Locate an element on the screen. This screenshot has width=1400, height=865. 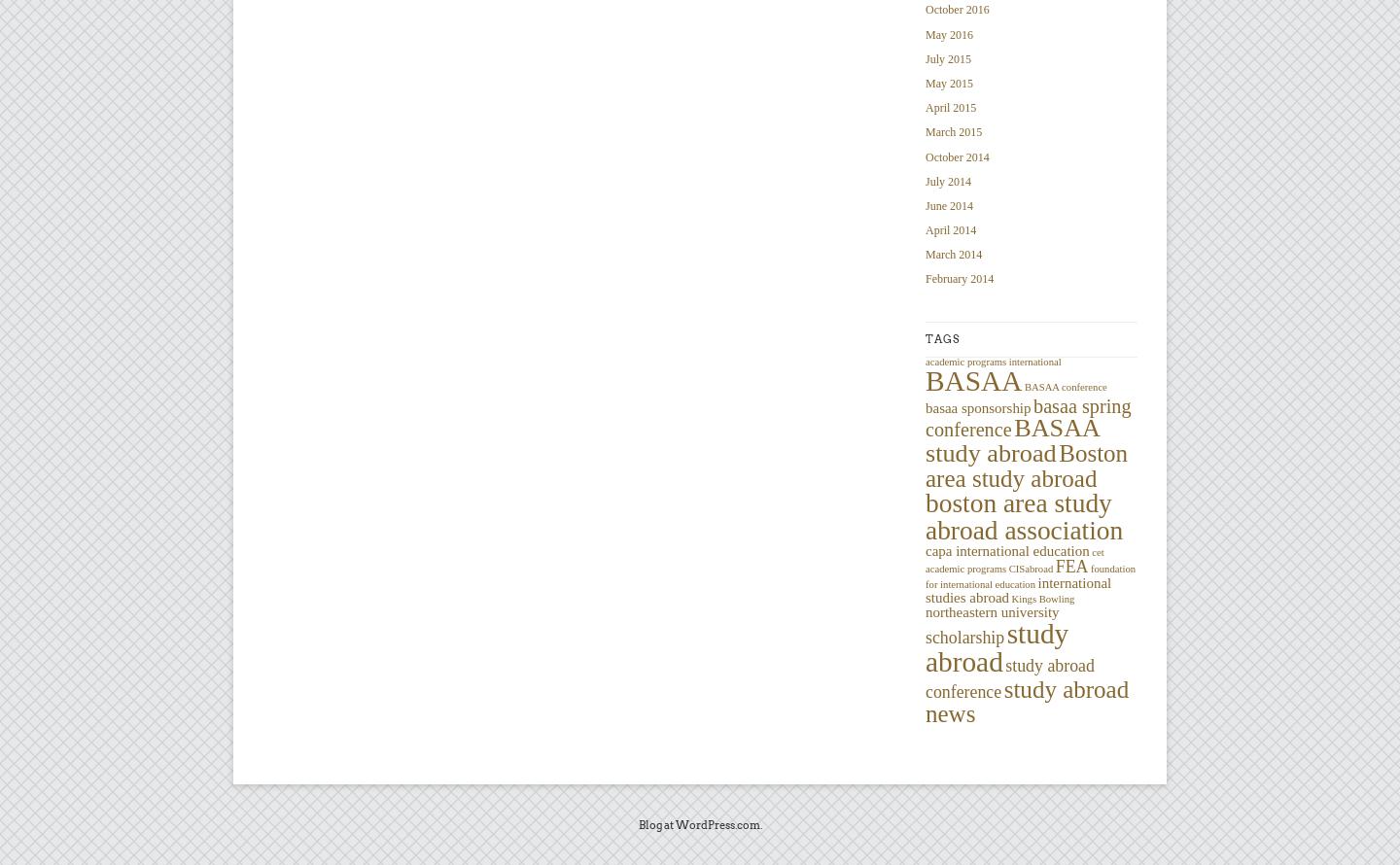
'May 2015' is located at coordinates (948, 81).